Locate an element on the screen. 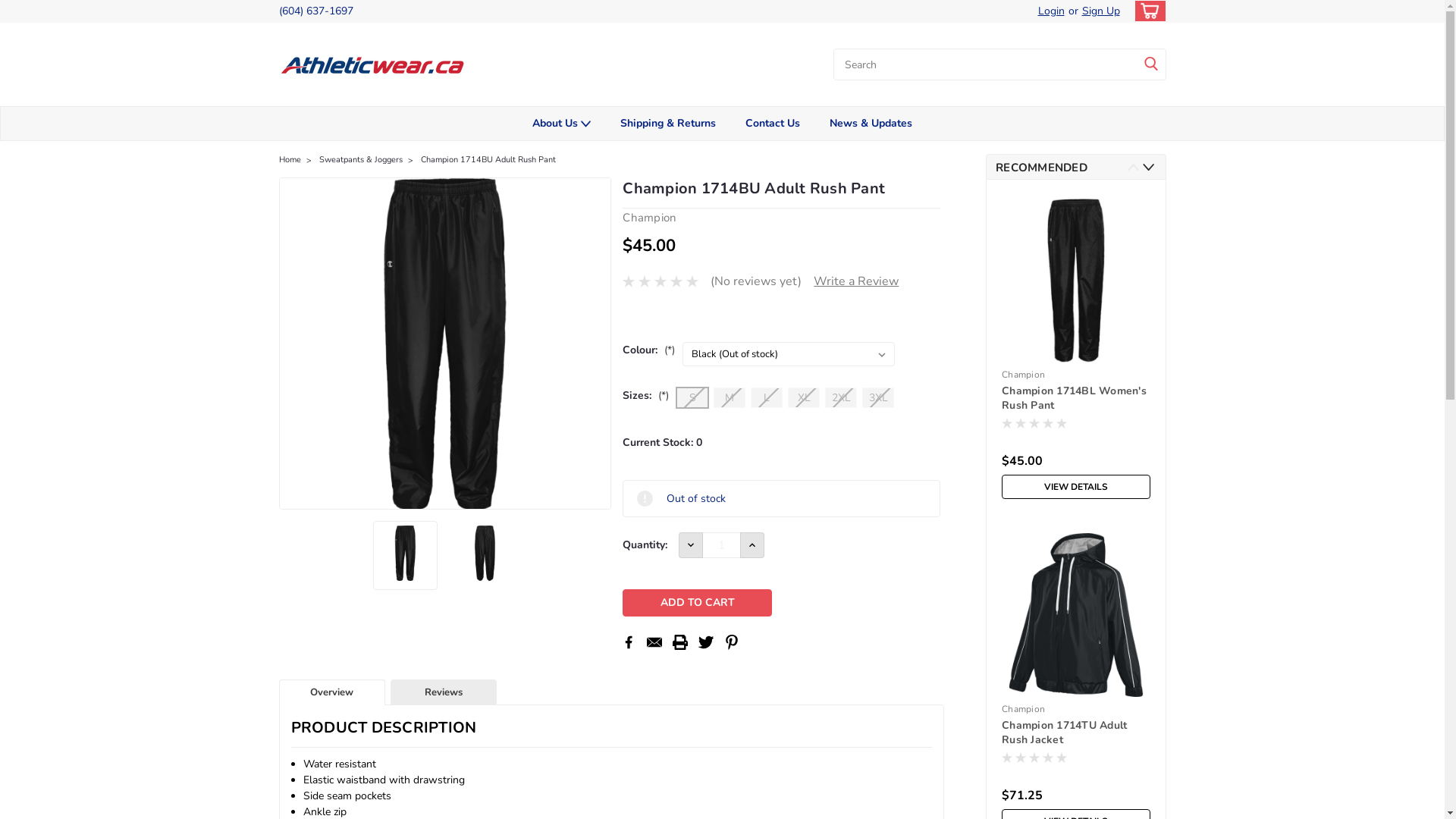 This screenshot has height=819, width=1456. 'Champion 1714BU Adult Rush Pant' is located at coordinates (488, 159).